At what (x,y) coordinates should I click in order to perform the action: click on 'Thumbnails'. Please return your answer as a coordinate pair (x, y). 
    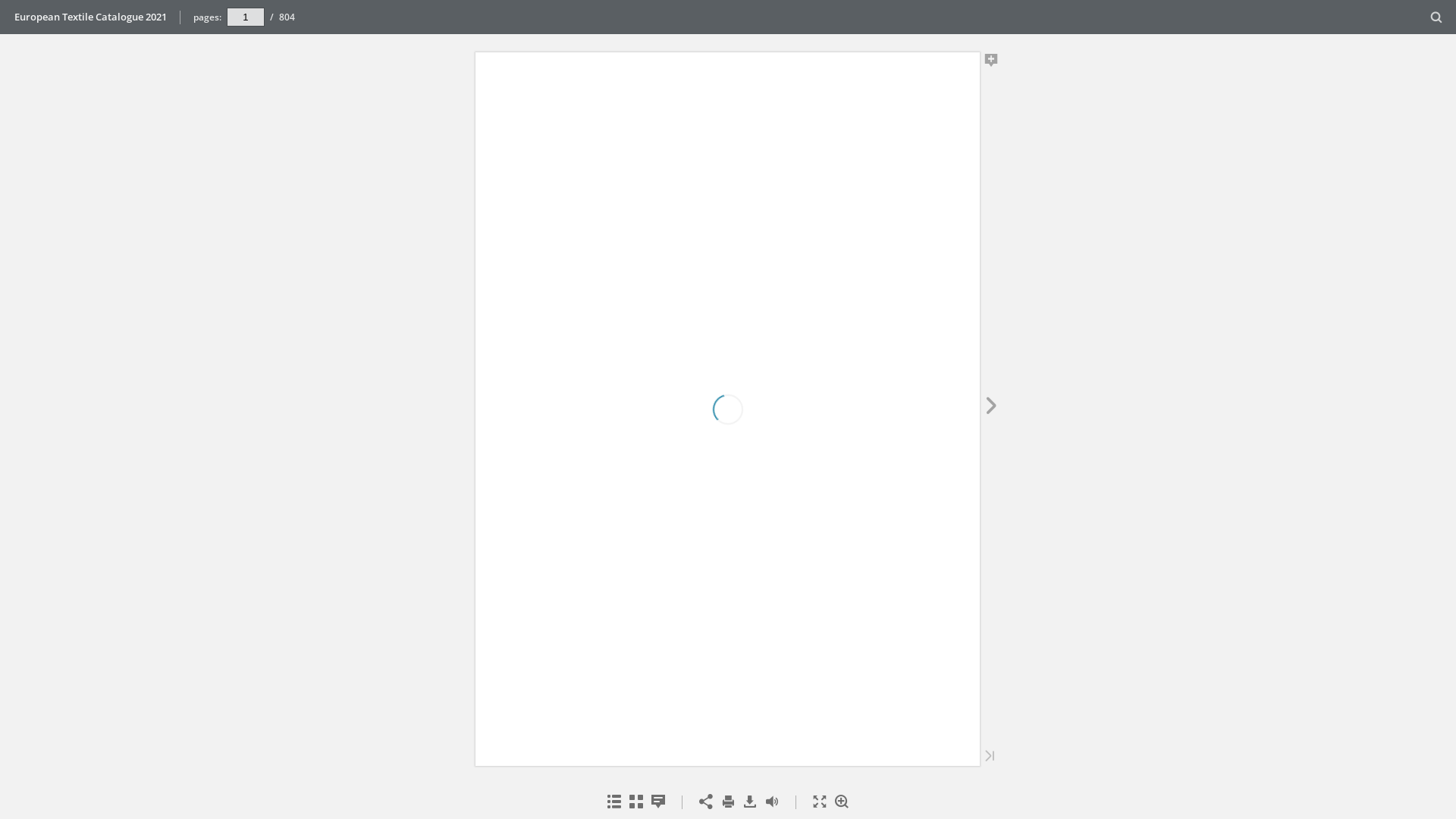
    Looking at the image, I should click on (635, 801).